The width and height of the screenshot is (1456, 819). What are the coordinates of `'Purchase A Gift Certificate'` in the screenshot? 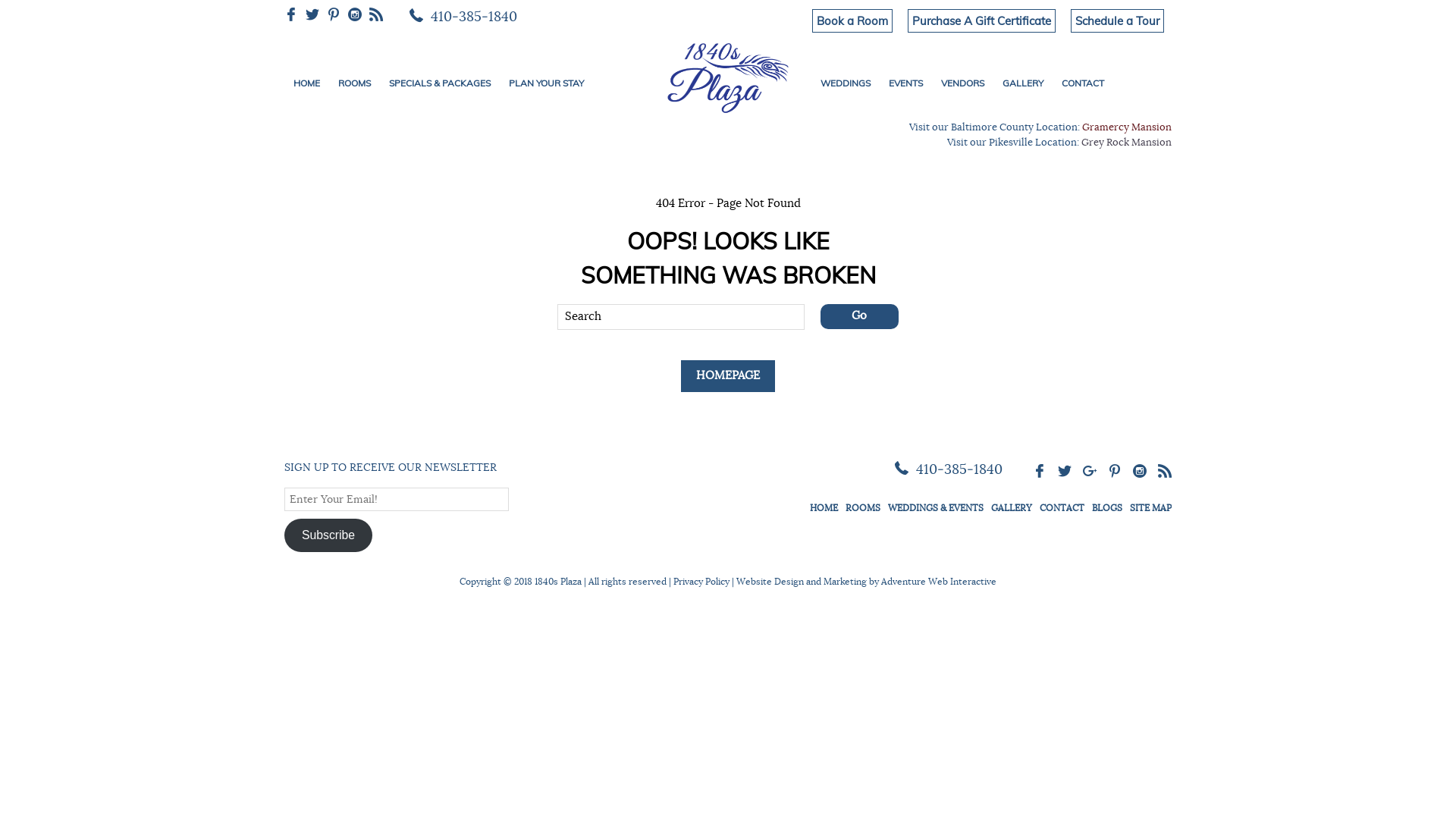 It's located at (981, 20).